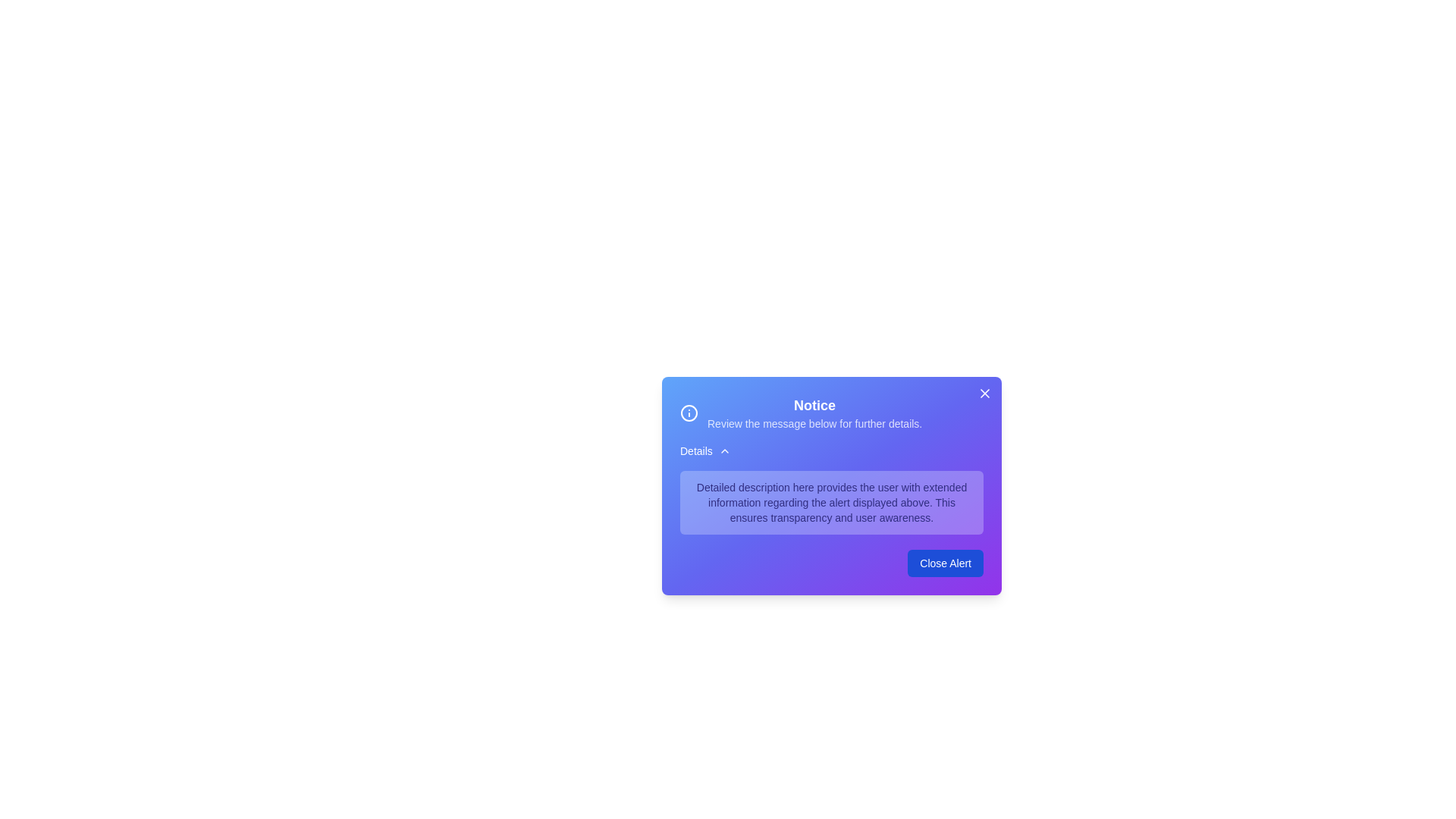 Image resolution: width=1456 pixels, height=819 pixels. I want to click on the 'Close Alert' button to close the alert, so click(945, 563).